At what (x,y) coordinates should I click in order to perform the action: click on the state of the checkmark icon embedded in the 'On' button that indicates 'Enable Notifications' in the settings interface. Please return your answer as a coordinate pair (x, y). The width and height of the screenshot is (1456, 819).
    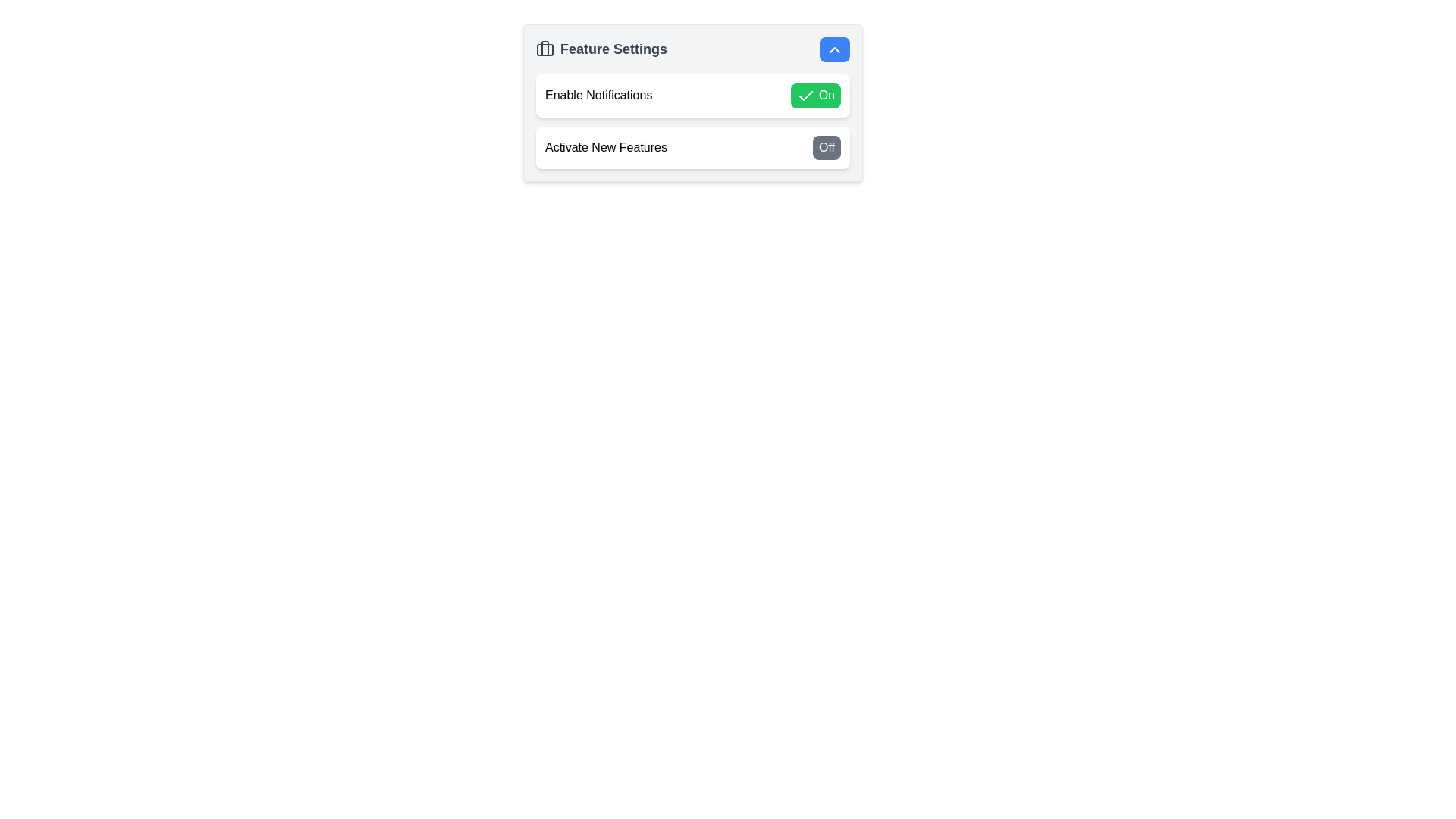
    Looking at the image, I should click on (805, 96).